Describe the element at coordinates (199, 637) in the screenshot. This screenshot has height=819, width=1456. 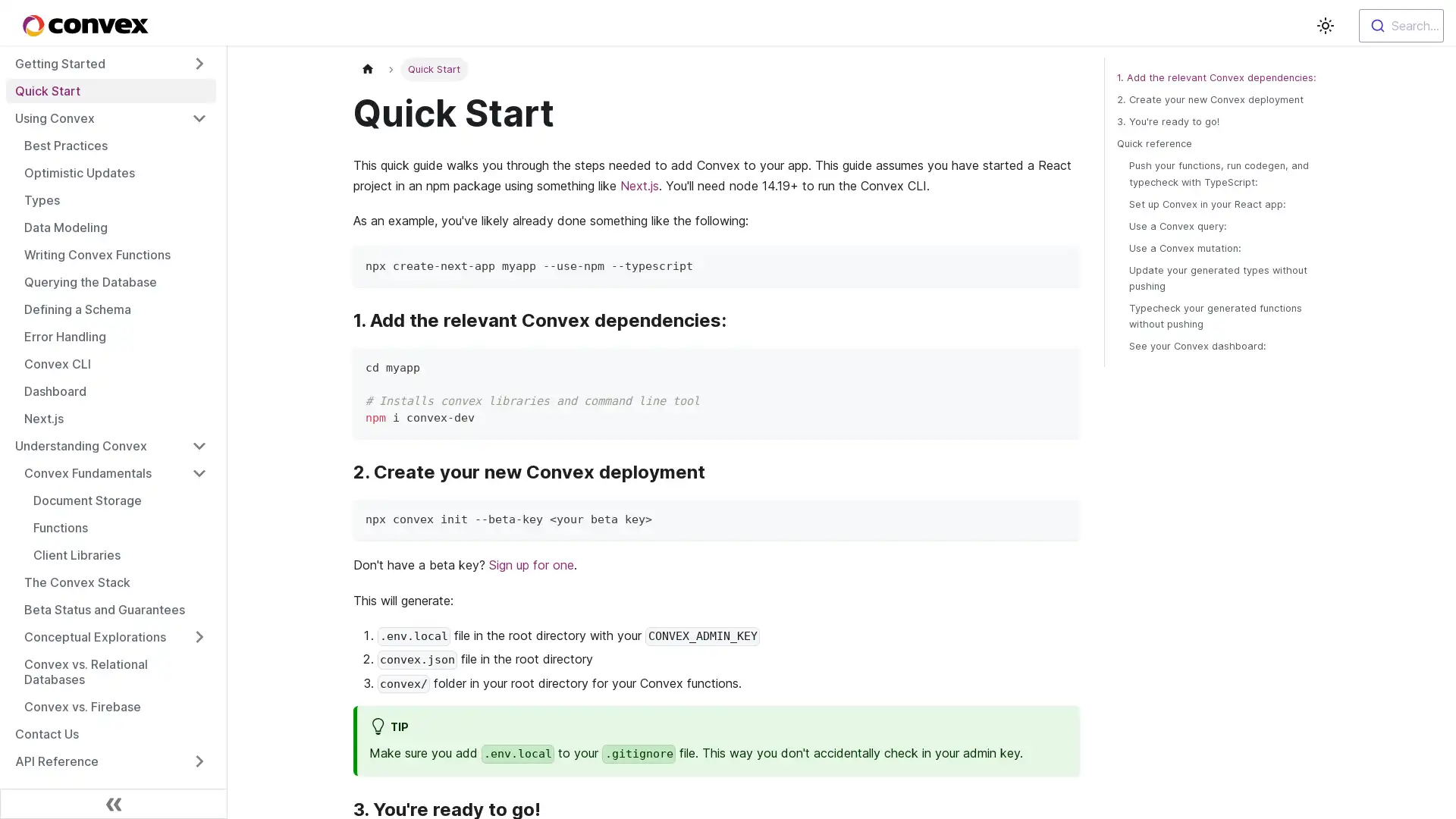
I see `Toggle the collapsible sidebar category 'Conceptual Explorations'` at that location.